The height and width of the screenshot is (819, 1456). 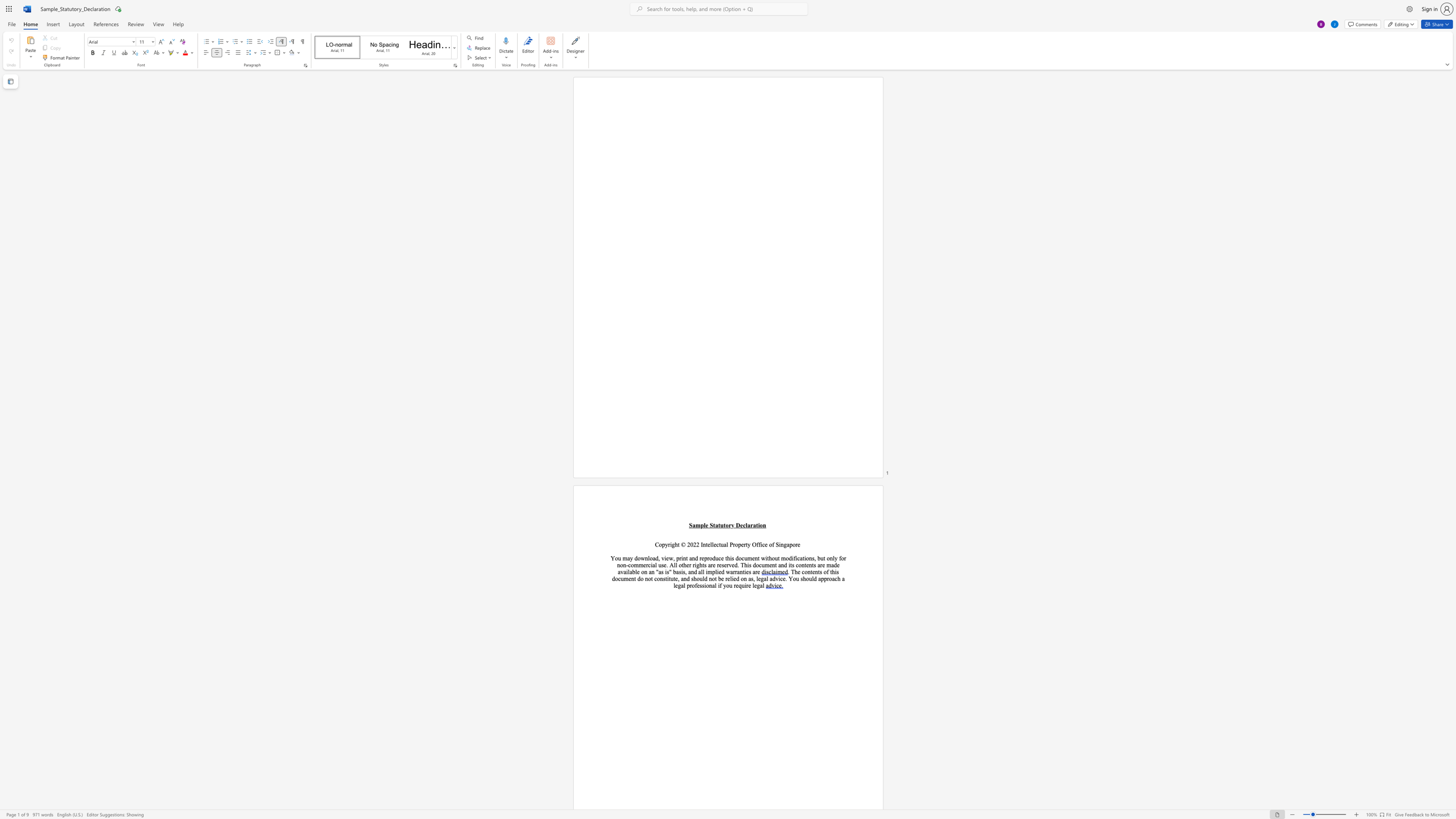 What do you see at coordinates (750, 525) in the screenshot?
I see `the subset text "rati" within the text "Sample Statutory Declaration"` at bounding box center [750, 525].